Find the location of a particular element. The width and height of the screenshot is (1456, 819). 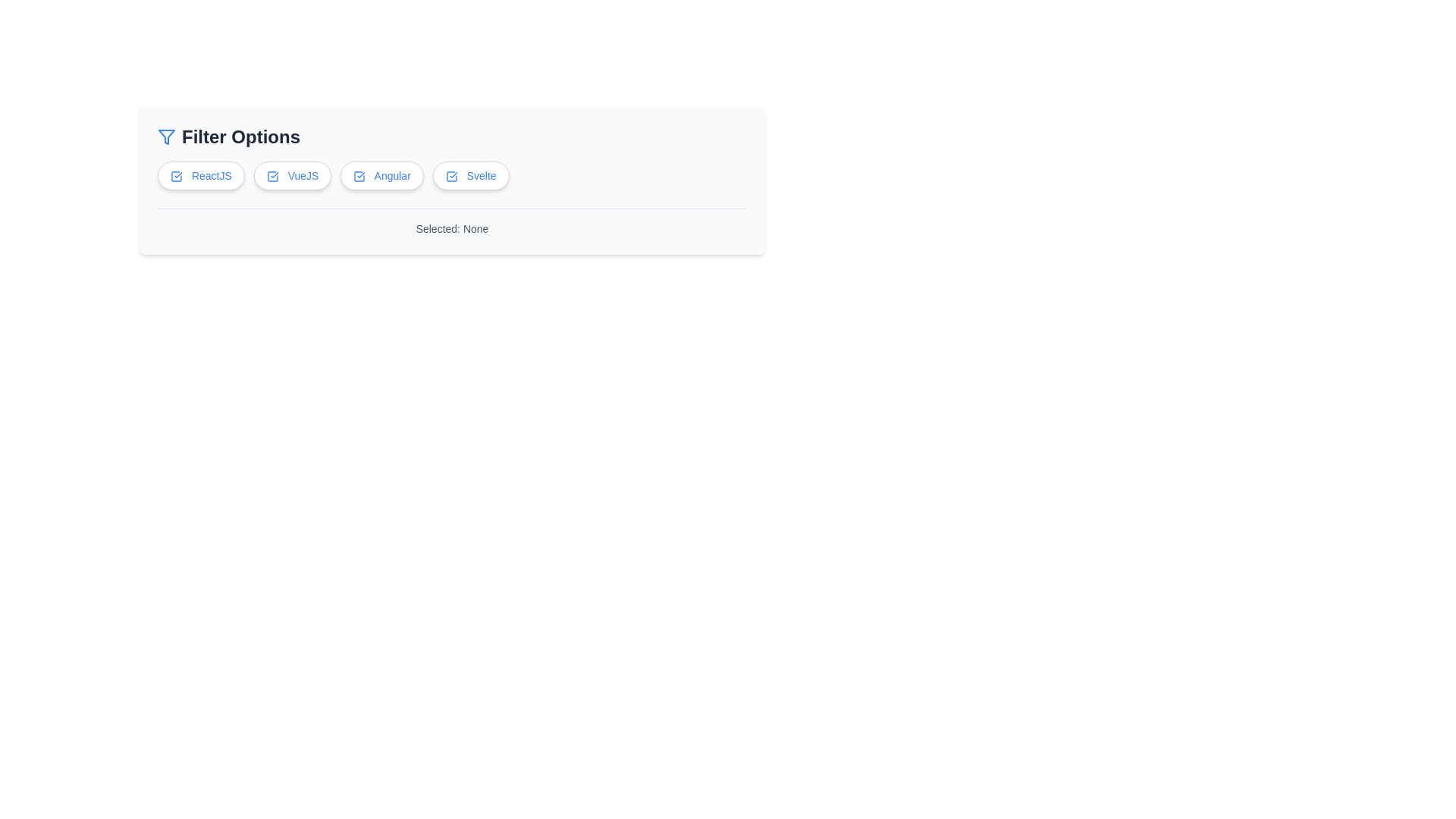

the 'Svelte' button with an embedded checkbox is located at coordinates (470, 174).